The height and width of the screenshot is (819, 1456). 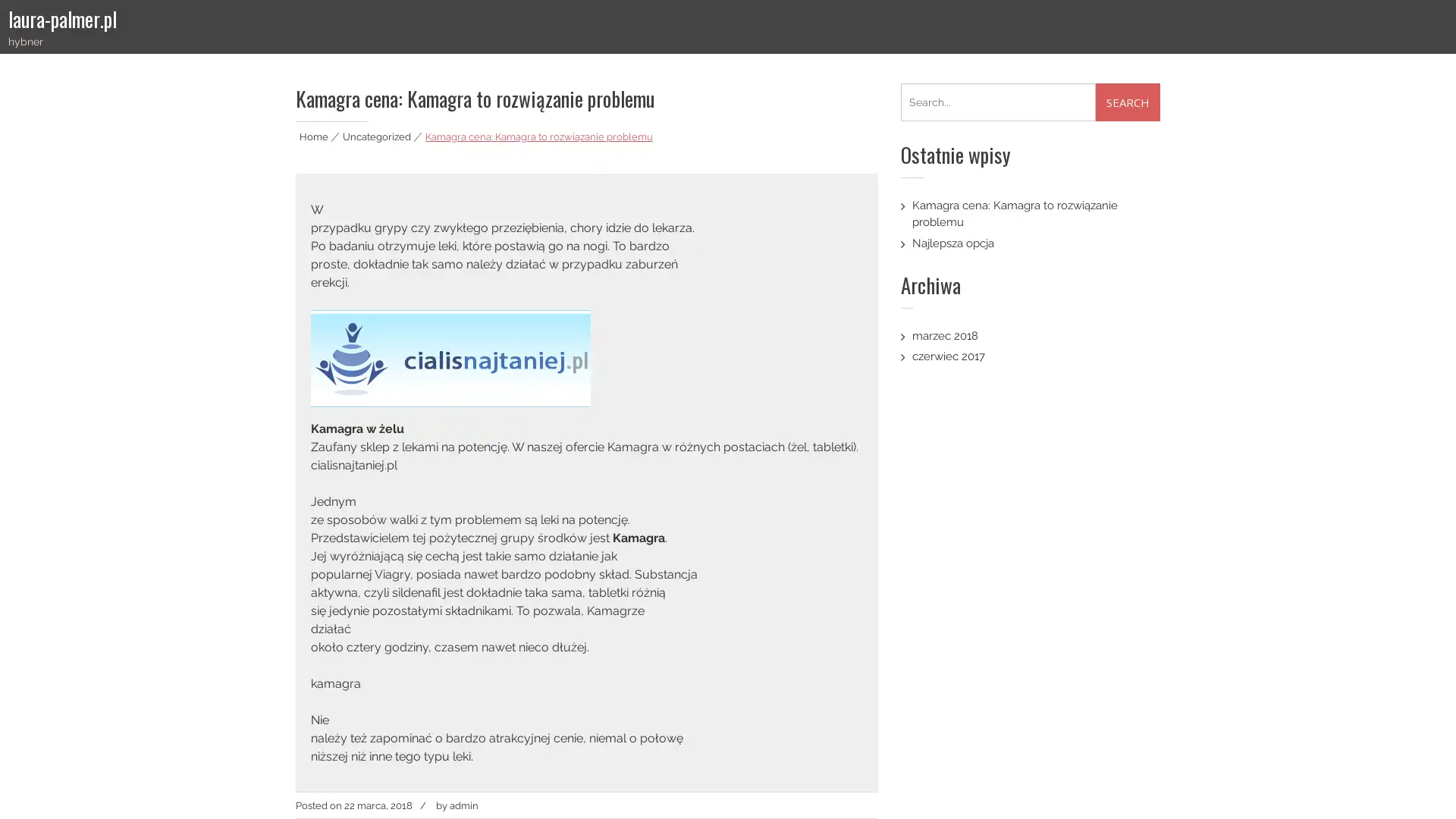 What do you see at coordinates (1128, 102) in the screenshot?
I see `Search` at bounding box center [1128, 102].